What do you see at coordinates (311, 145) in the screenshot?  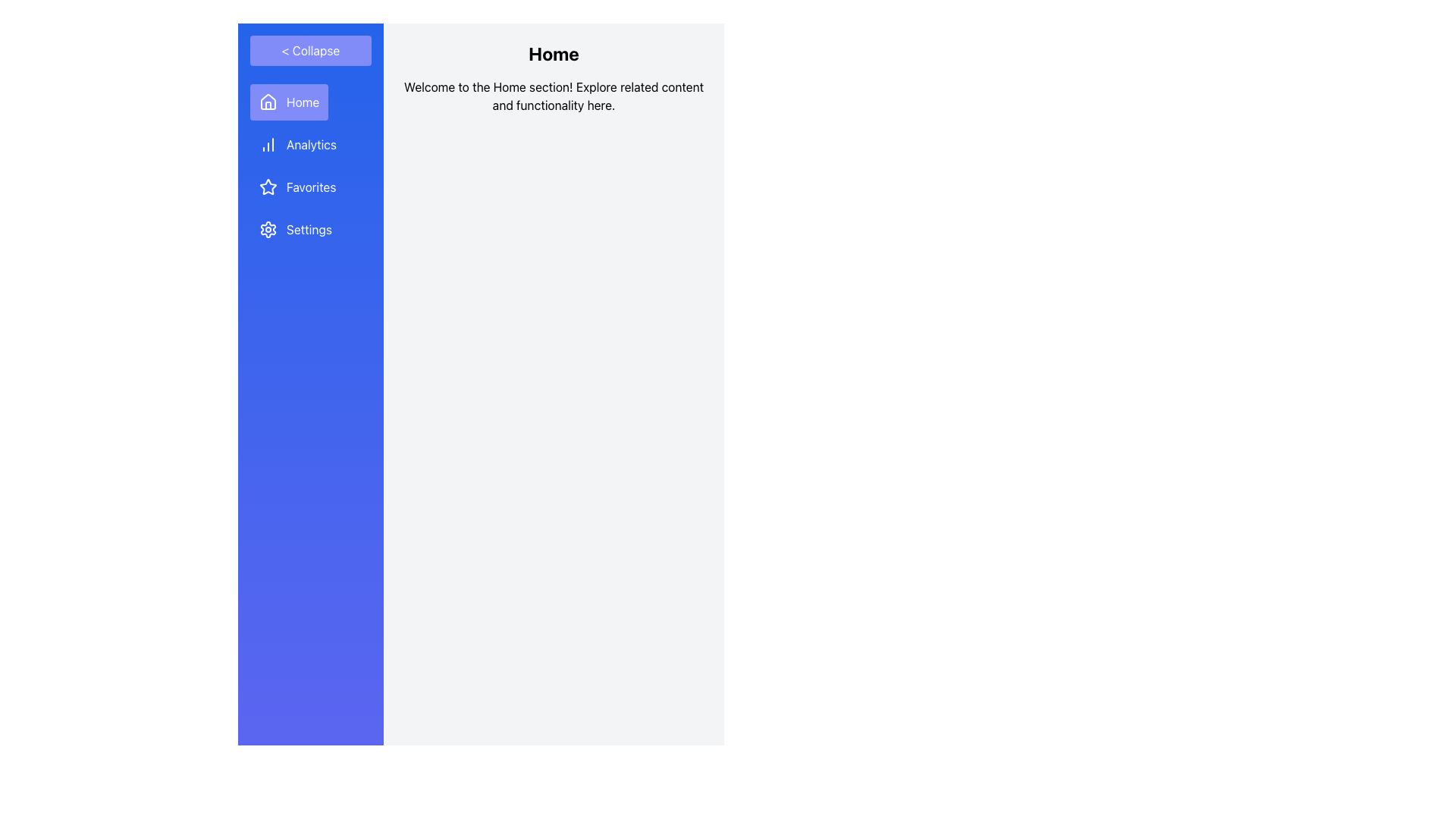 I see `the 'Analytics' text label in the left-hand navigation menu` at bounding box center [311, 145].